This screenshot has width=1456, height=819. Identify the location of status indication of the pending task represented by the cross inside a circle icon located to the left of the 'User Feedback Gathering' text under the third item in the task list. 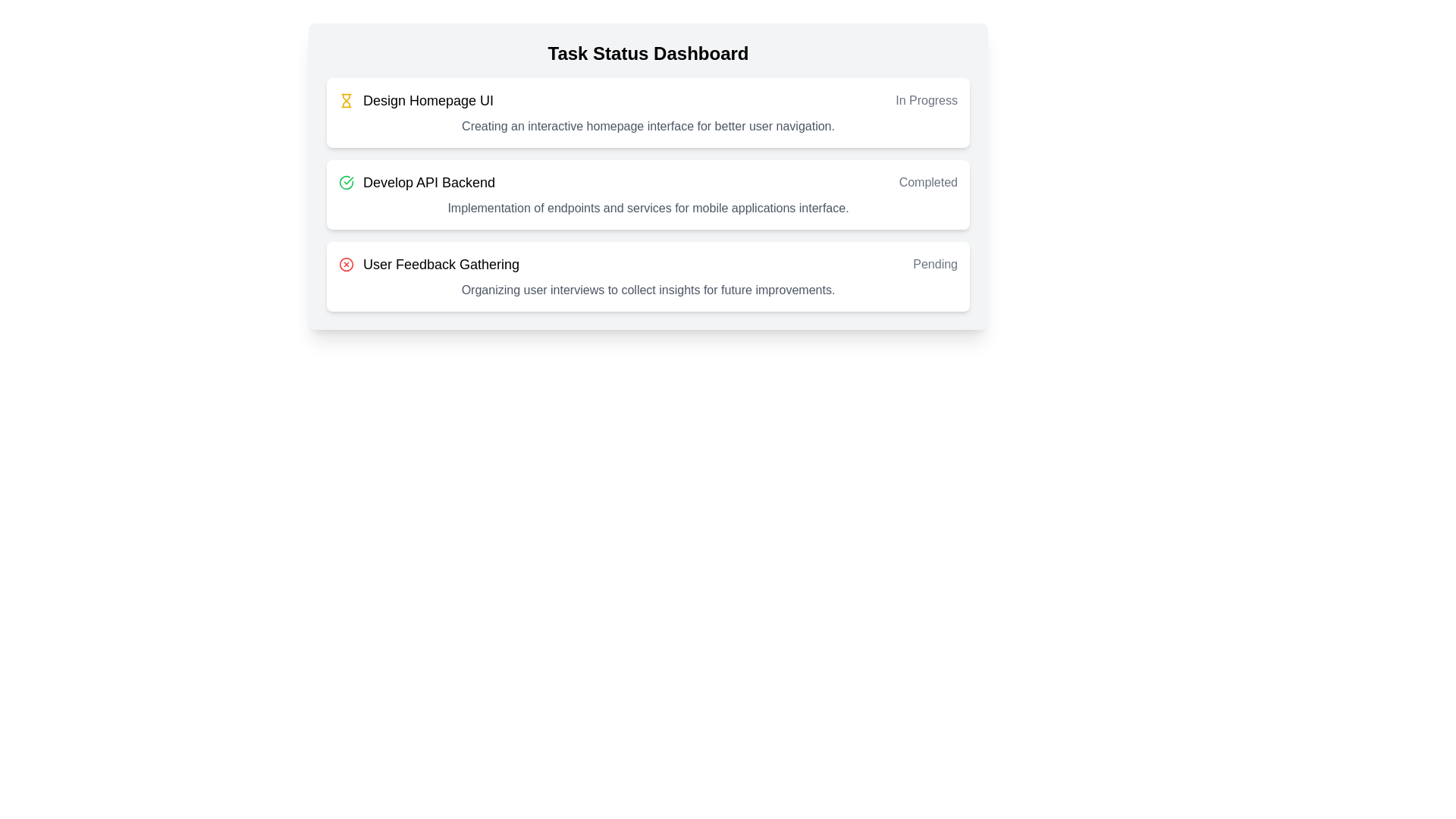
(345, 263).